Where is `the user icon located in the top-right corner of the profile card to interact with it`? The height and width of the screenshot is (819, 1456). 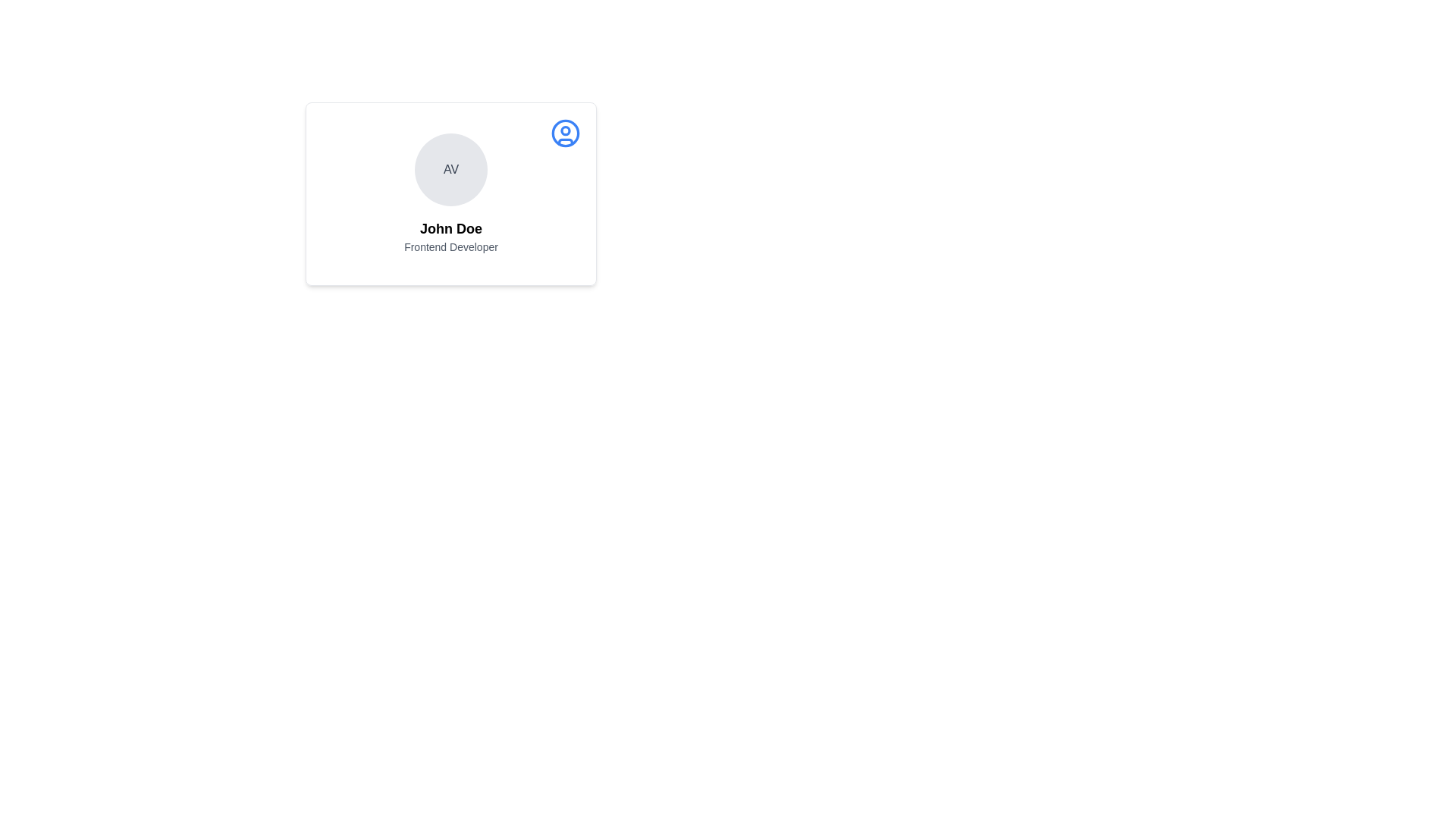 the user icon located in the top-right corner of the profile card to interact with it is located at coordinates (564, 133).